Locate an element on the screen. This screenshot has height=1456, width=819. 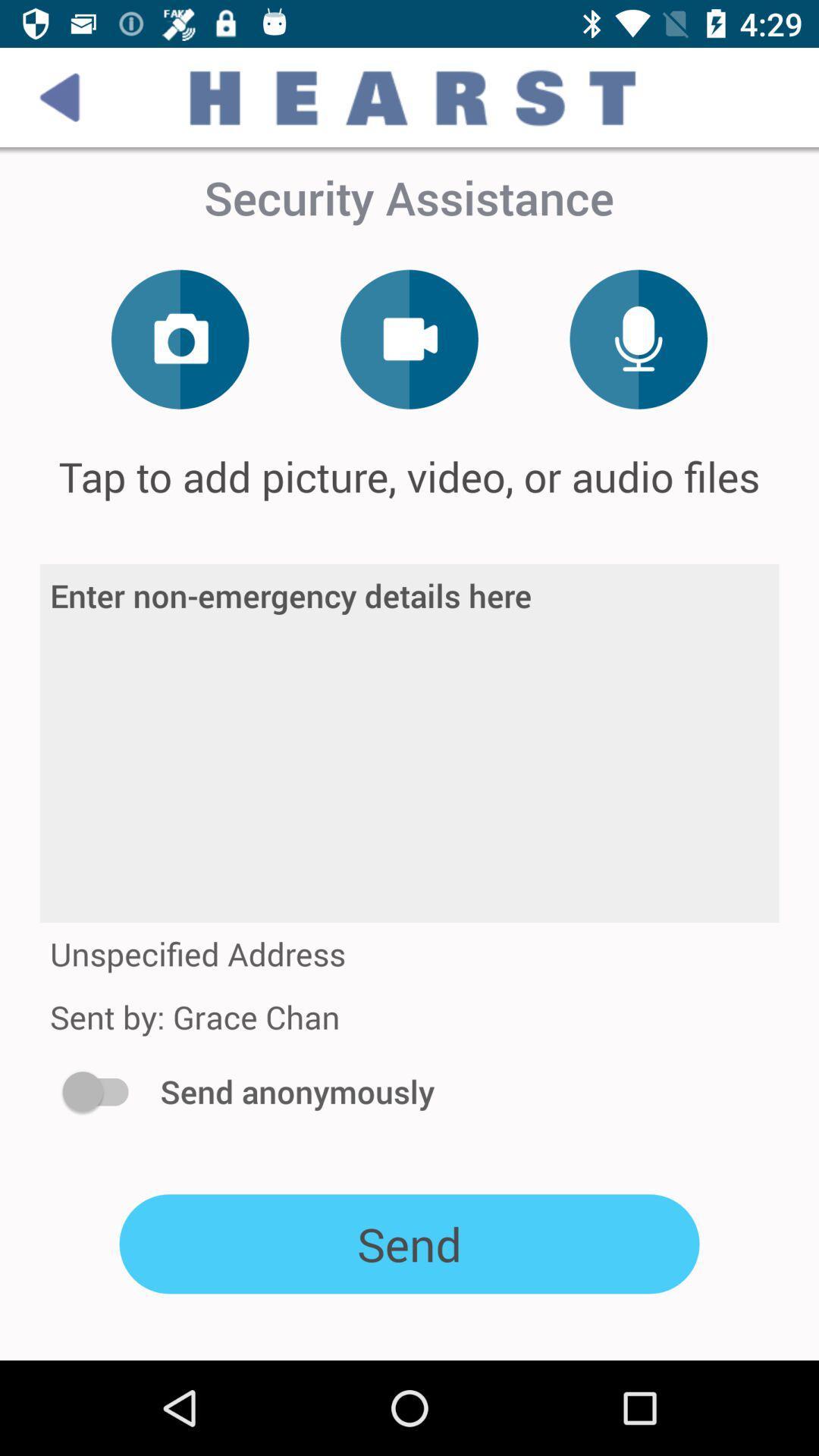
the item next to the send anonymously icon is located at coordinates (102, 1090).